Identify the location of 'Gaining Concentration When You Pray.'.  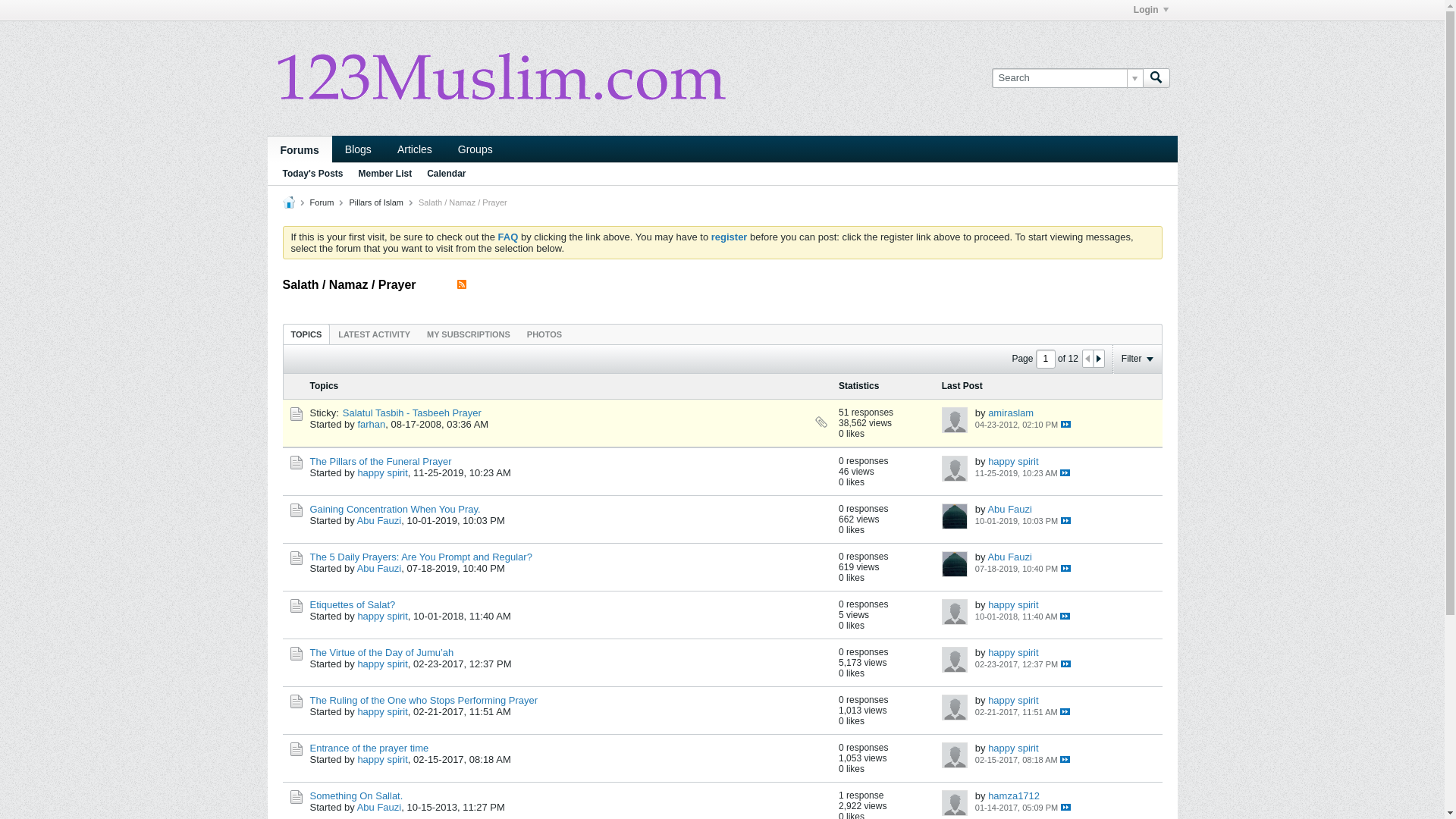
(394, 509).